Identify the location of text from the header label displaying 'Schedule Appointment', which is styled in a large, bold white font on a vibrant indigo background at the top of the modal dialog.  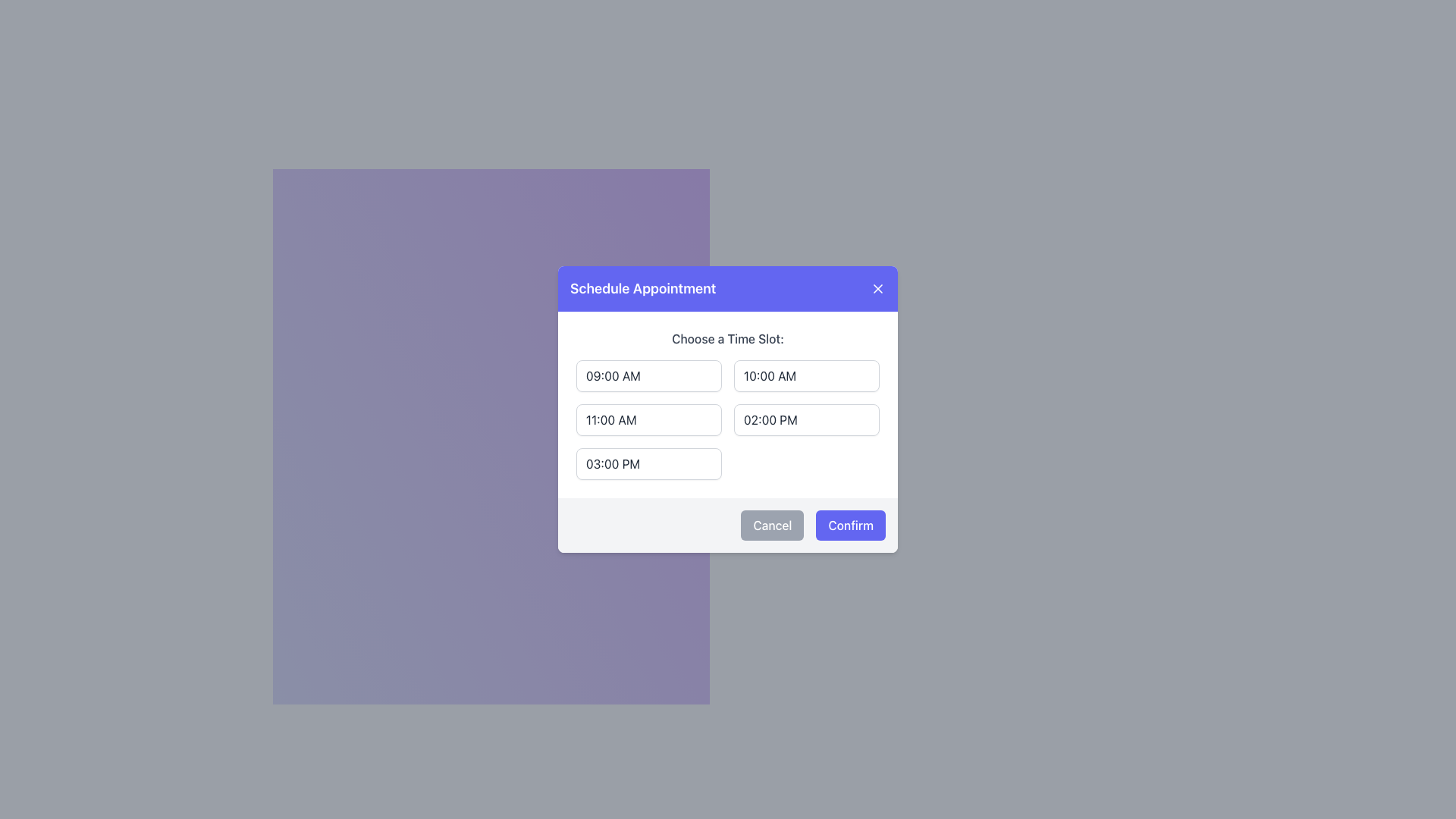
(643, 289).